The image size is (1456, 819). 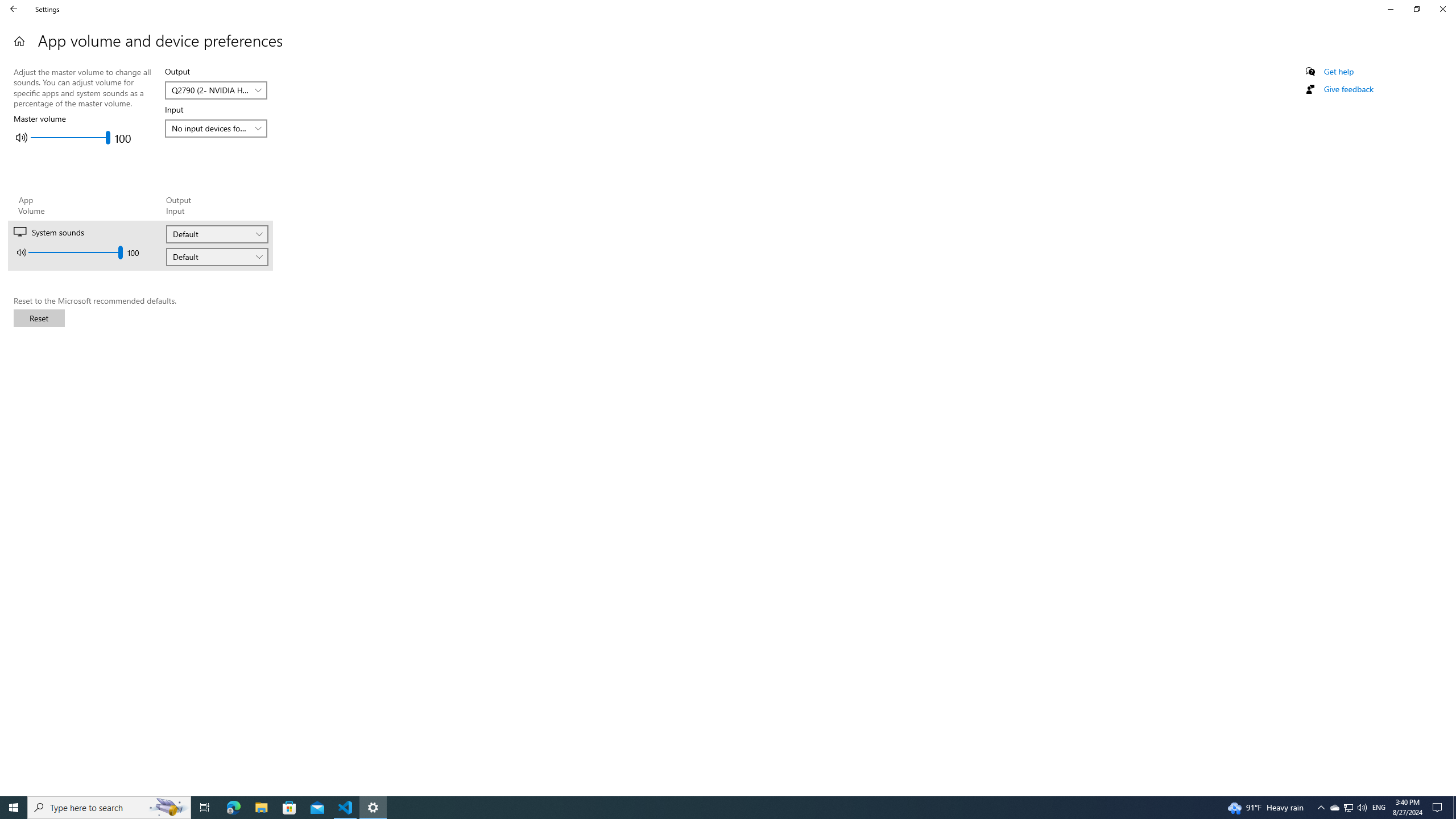 What do you see at coordinates (289, 806) in the screenshot?
I see `'Microsoft Store'` at bounding box center [289, 806].